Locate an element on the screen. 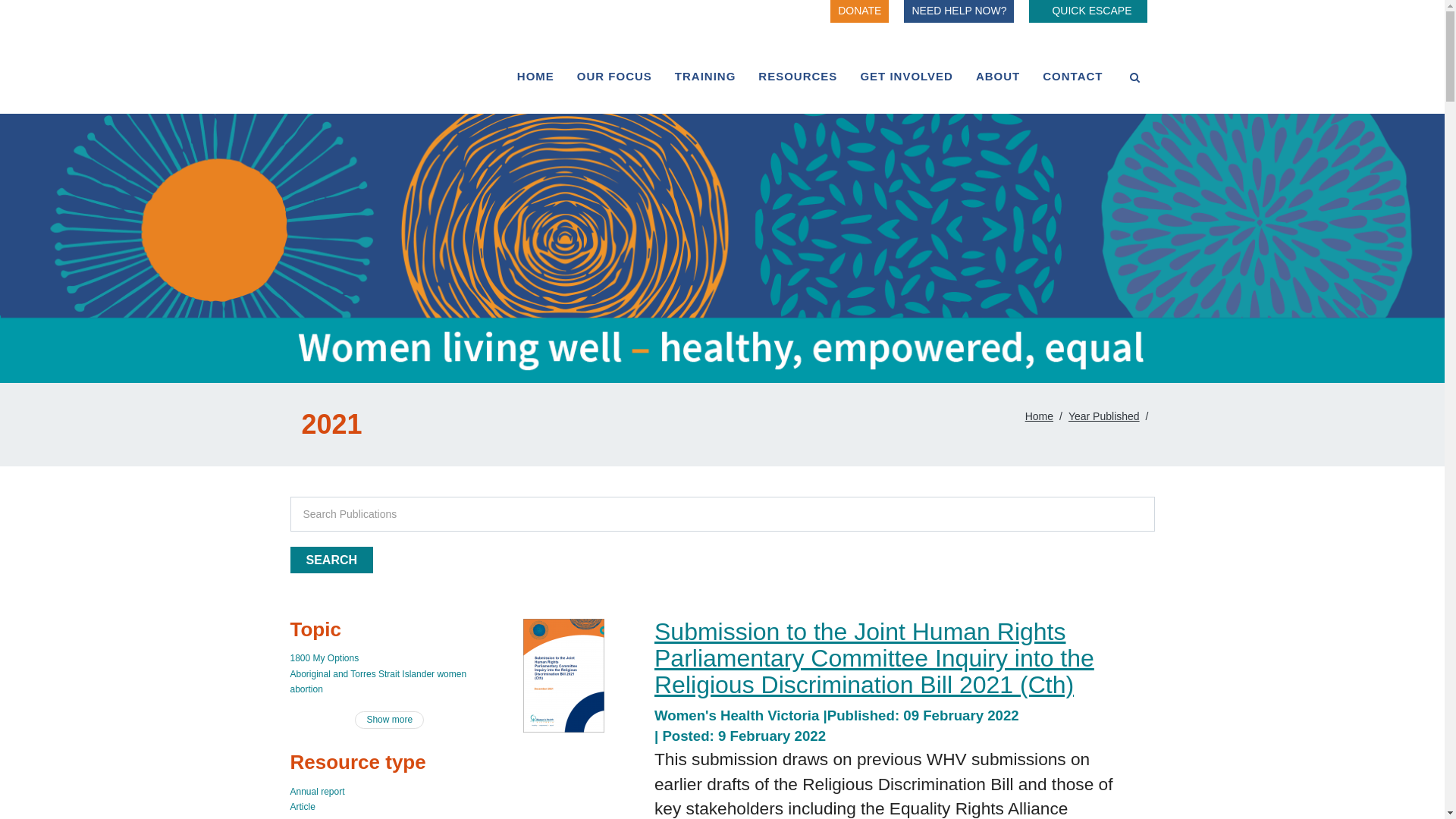 This screenshot has width=1456, height=819. 'CONTACT' is located at coordinates (1072, 76).